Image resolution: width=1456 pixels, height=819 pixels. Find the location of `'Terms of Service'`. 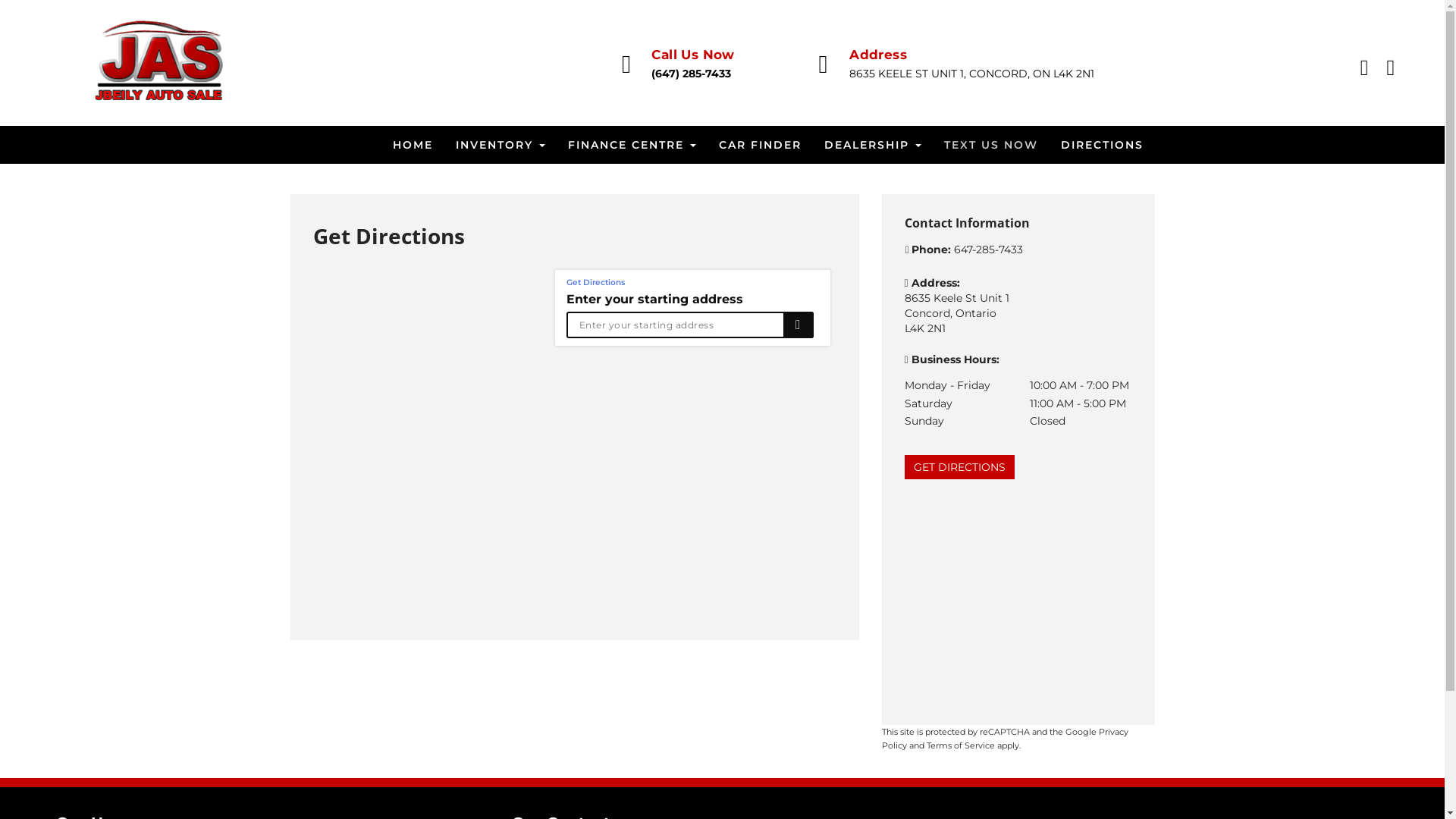

'Terms of Service' is located at coordinates (960, 745).